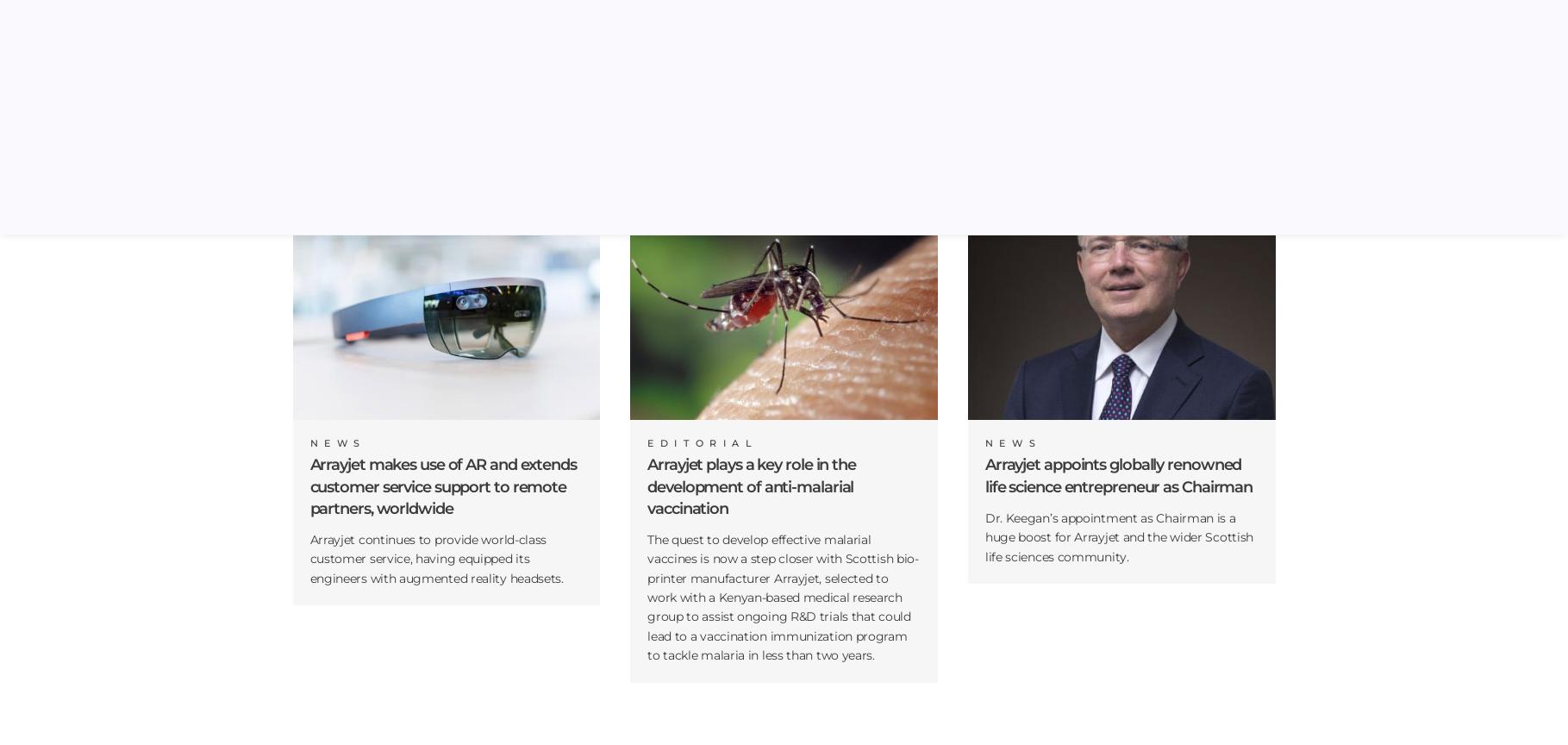  What do you see at coordinates (309, 557) in the screenshot?
I see `'Arrayjet continues to provide world-class customer service, having equipped its engineers with augmented reality headsets.'` at bounding box center [309, 557].